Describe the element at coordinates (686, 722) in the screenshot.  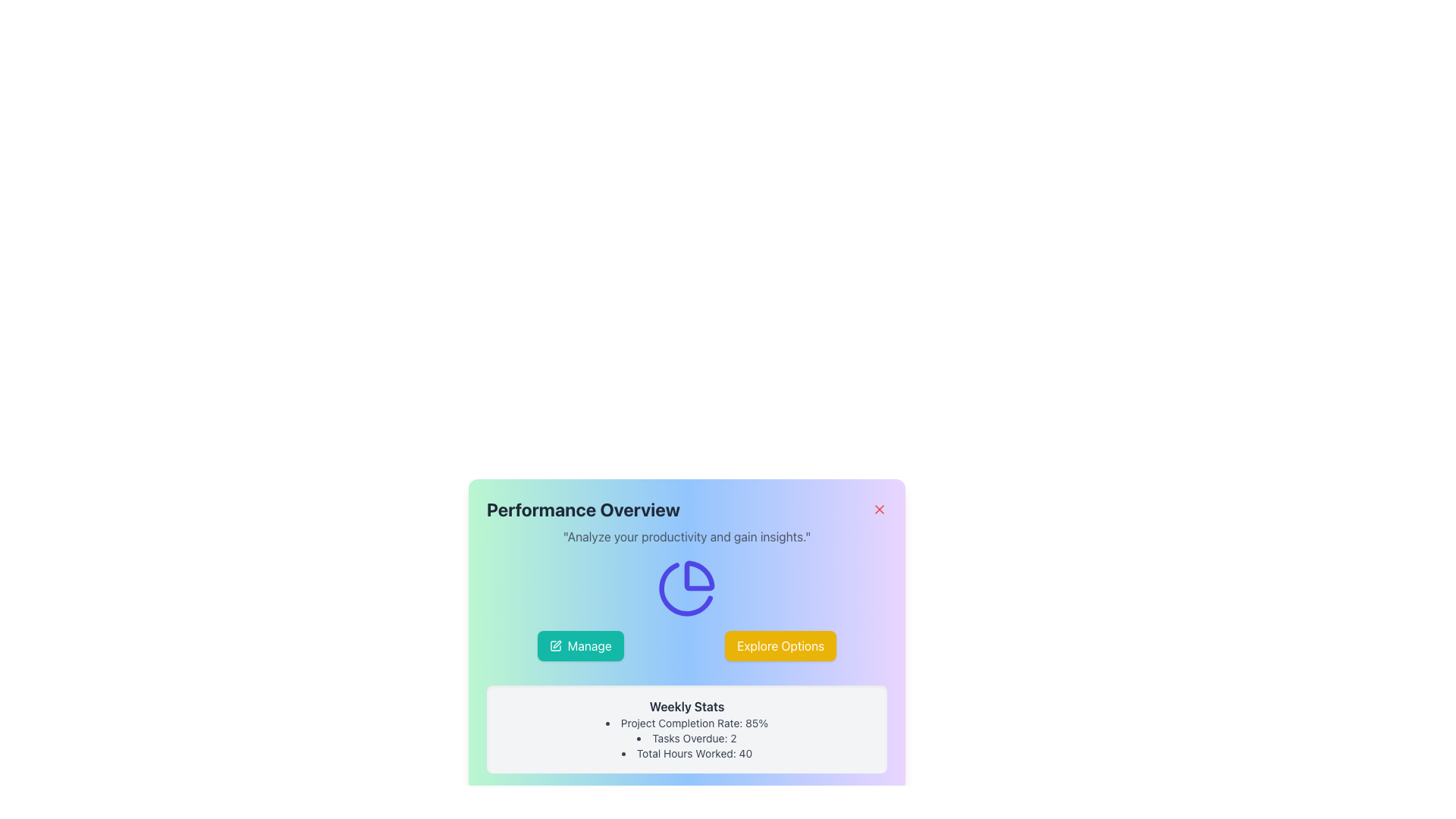
I see `text item displaying 'Project Completion Rate: 85%' located at the top of the 'Weekly Stats' section` at that location.